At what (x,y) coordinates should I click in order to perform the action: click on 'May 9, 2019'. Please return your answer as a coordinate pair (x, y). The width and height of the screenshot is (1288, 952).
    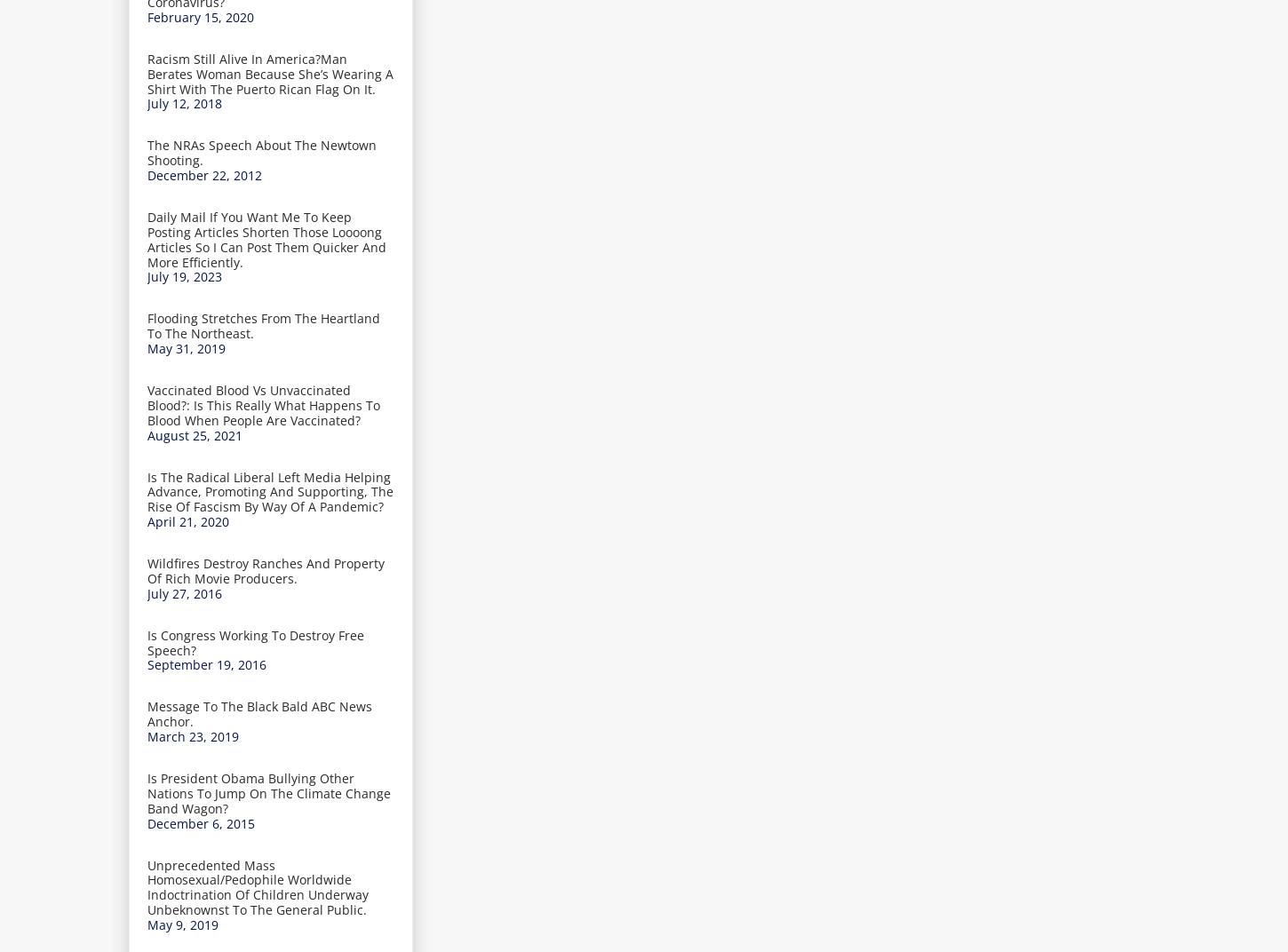
    Looking at the image, I should click on (182, 924).